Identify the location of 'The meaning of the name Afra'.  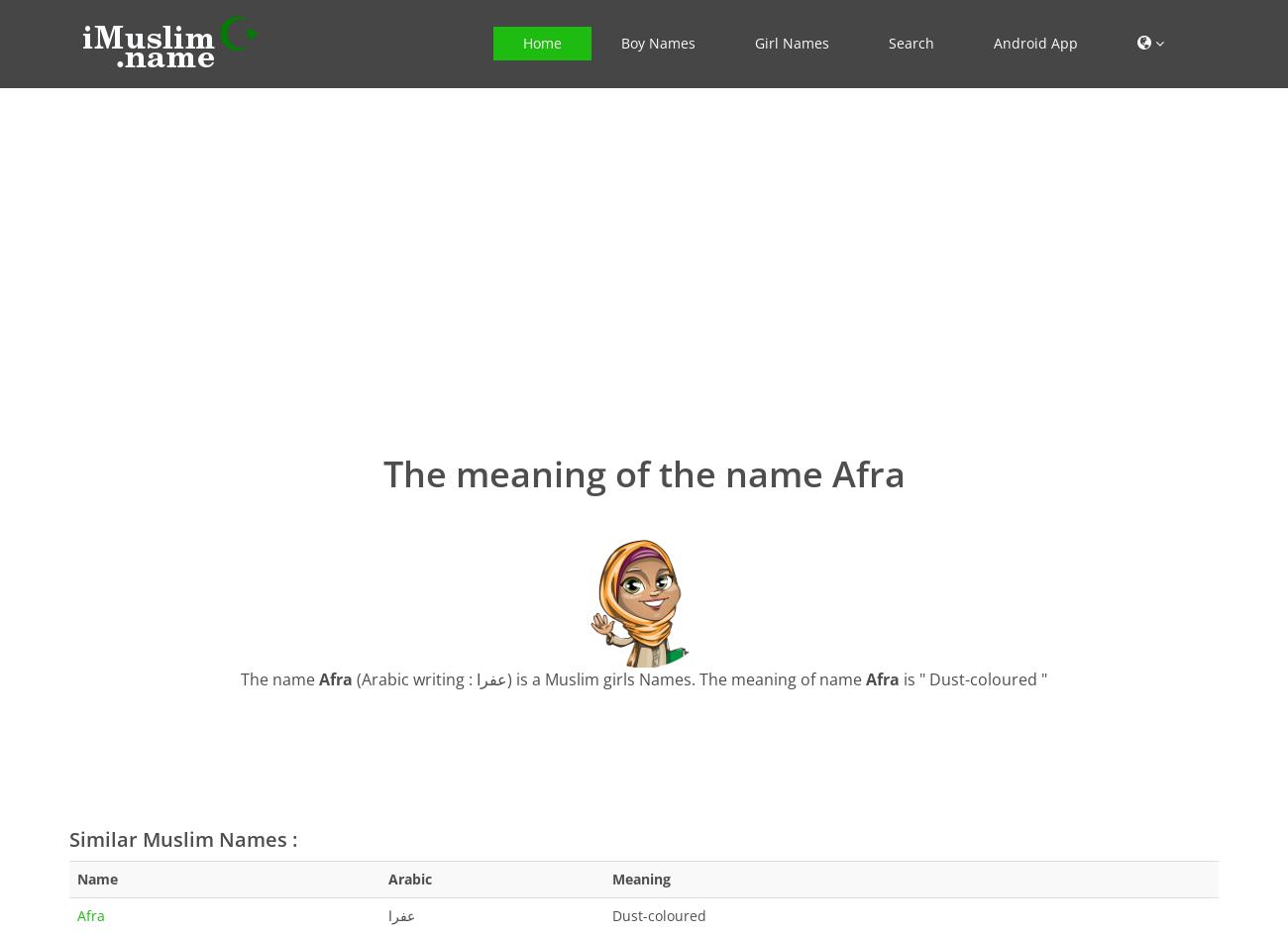
(643, 472).